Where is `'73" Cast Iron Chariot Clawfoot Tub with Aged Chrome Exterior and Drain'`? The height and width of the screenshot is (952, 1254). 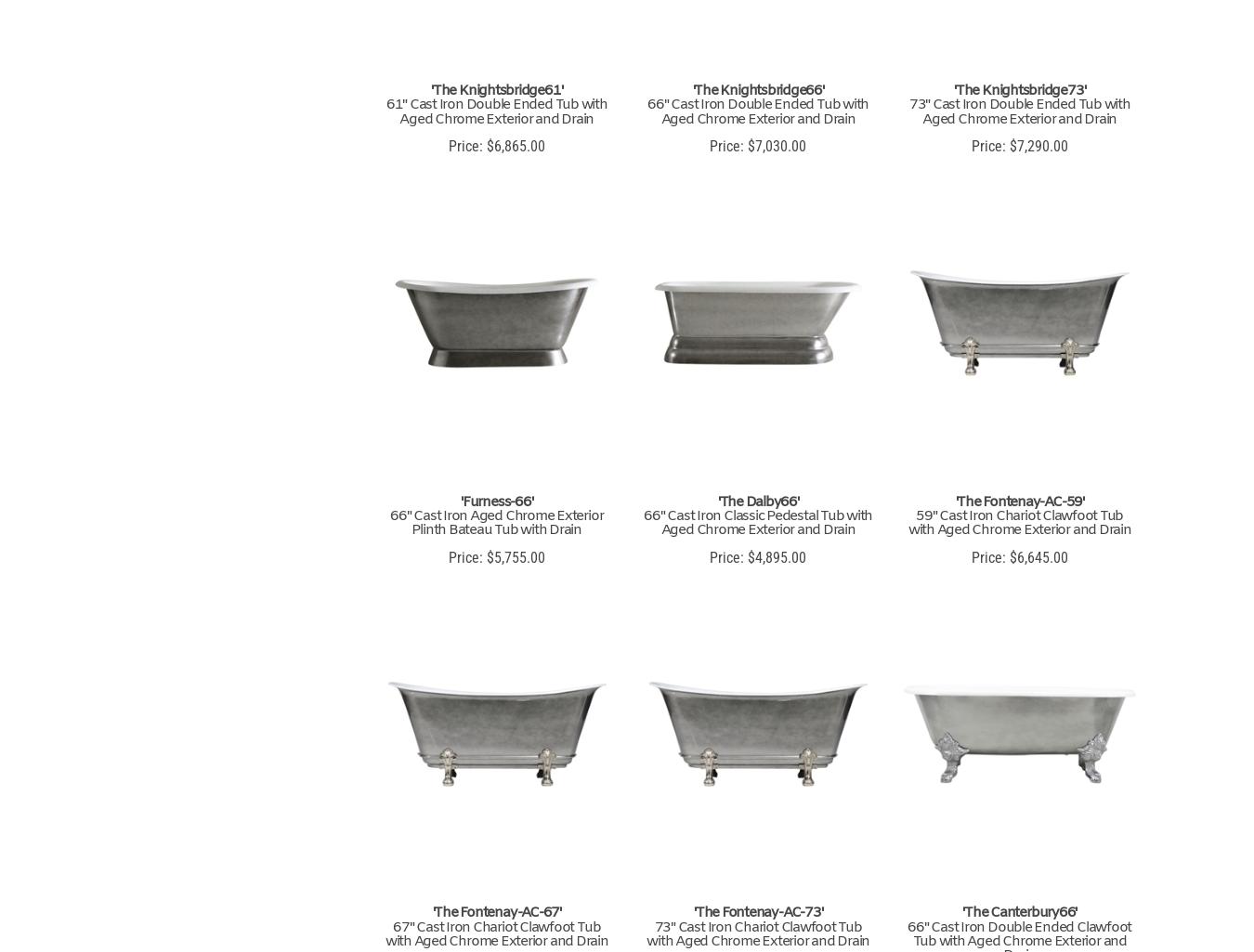
'73" Cast Iron Chariot Clawfoot Tub with Aged Chrome Exterior and Drain' is located at coordinates (757, 932).